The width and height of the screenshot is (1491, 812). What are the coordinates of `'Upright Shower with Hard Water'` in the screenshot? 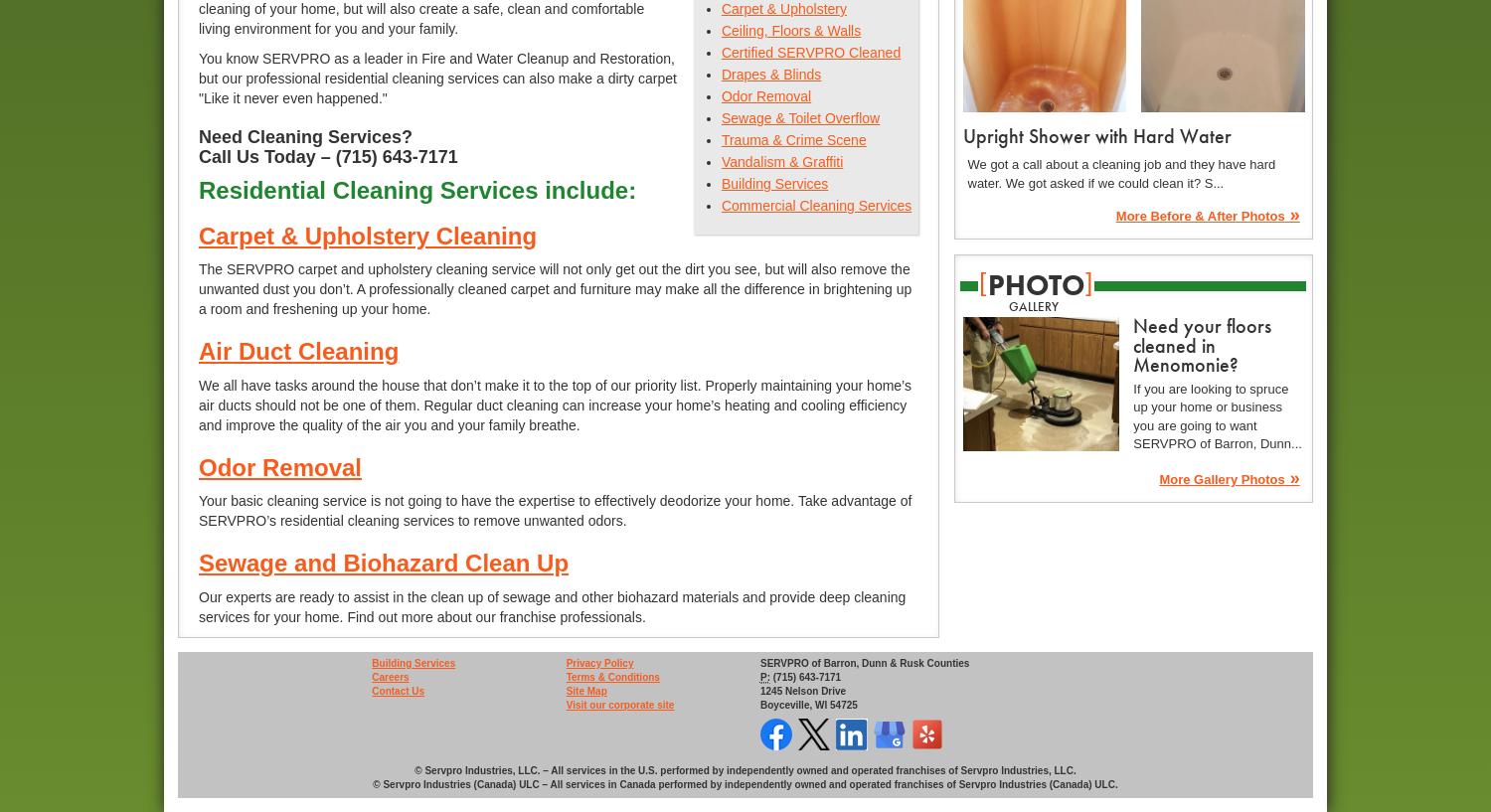 It's located at (1094, 135).